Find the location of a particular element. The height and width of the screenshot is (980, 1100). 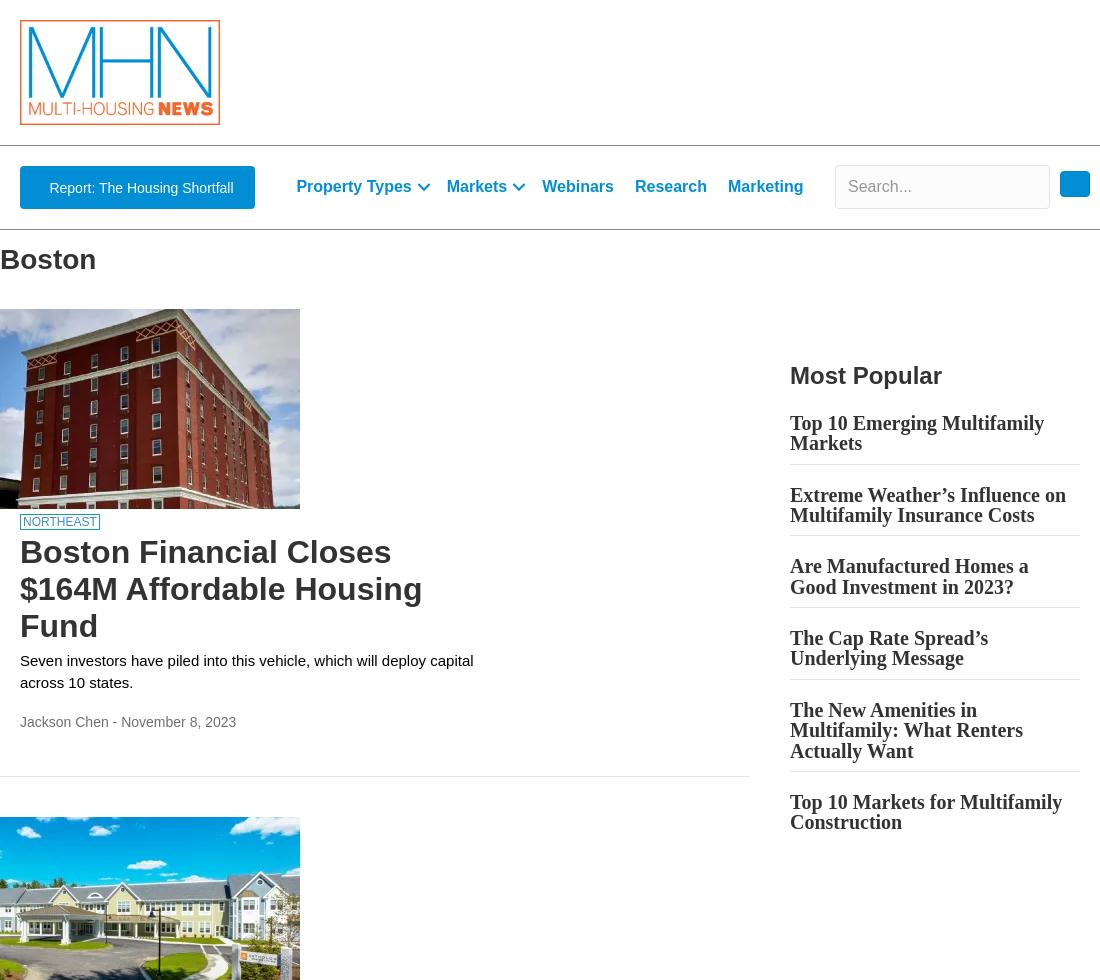

'Most Popular' is located at coordinates (865, 375).